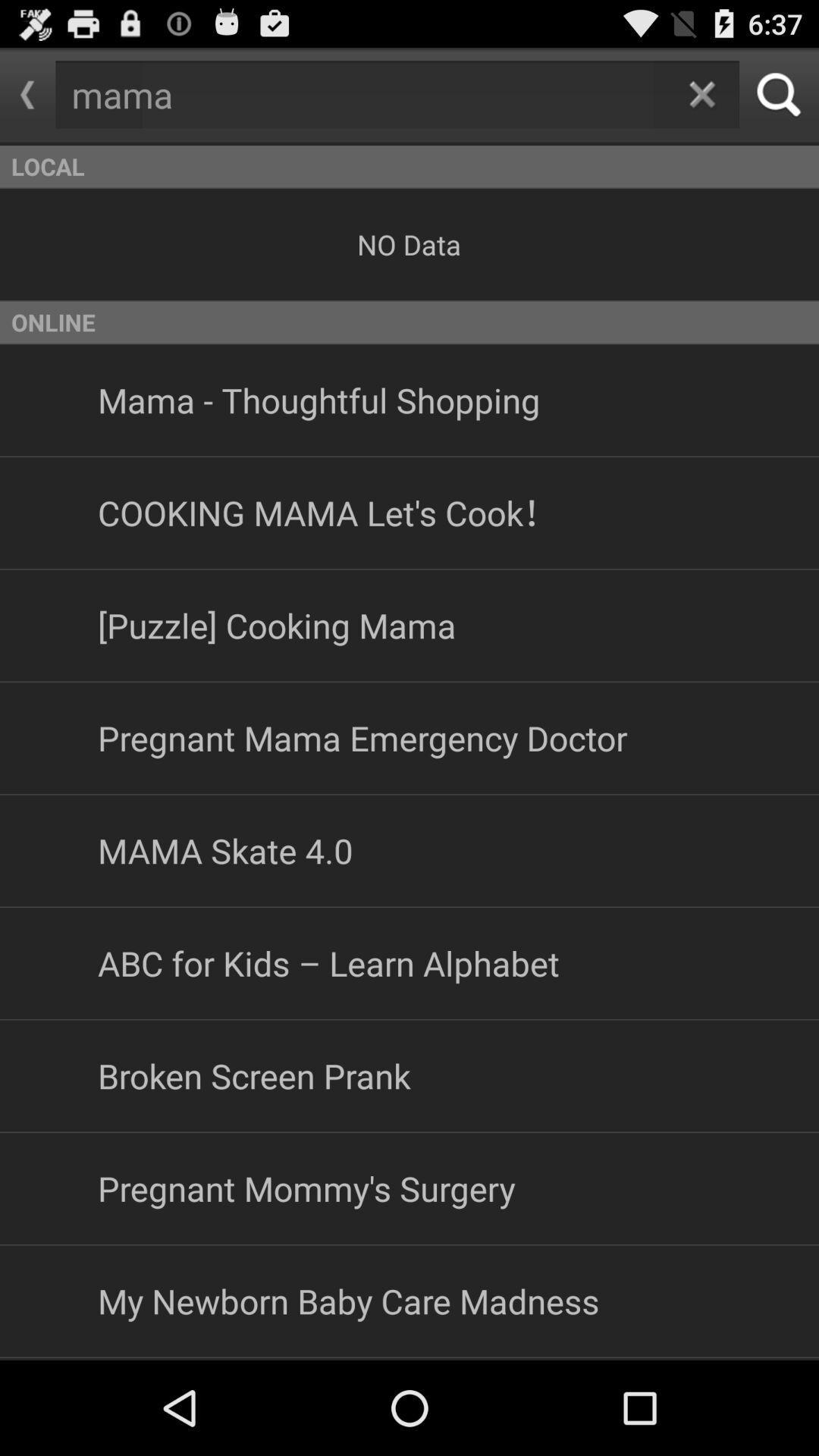 The width and height of the screenshot is (819, 1456). I want to click on clears the text, so click(701, 93).